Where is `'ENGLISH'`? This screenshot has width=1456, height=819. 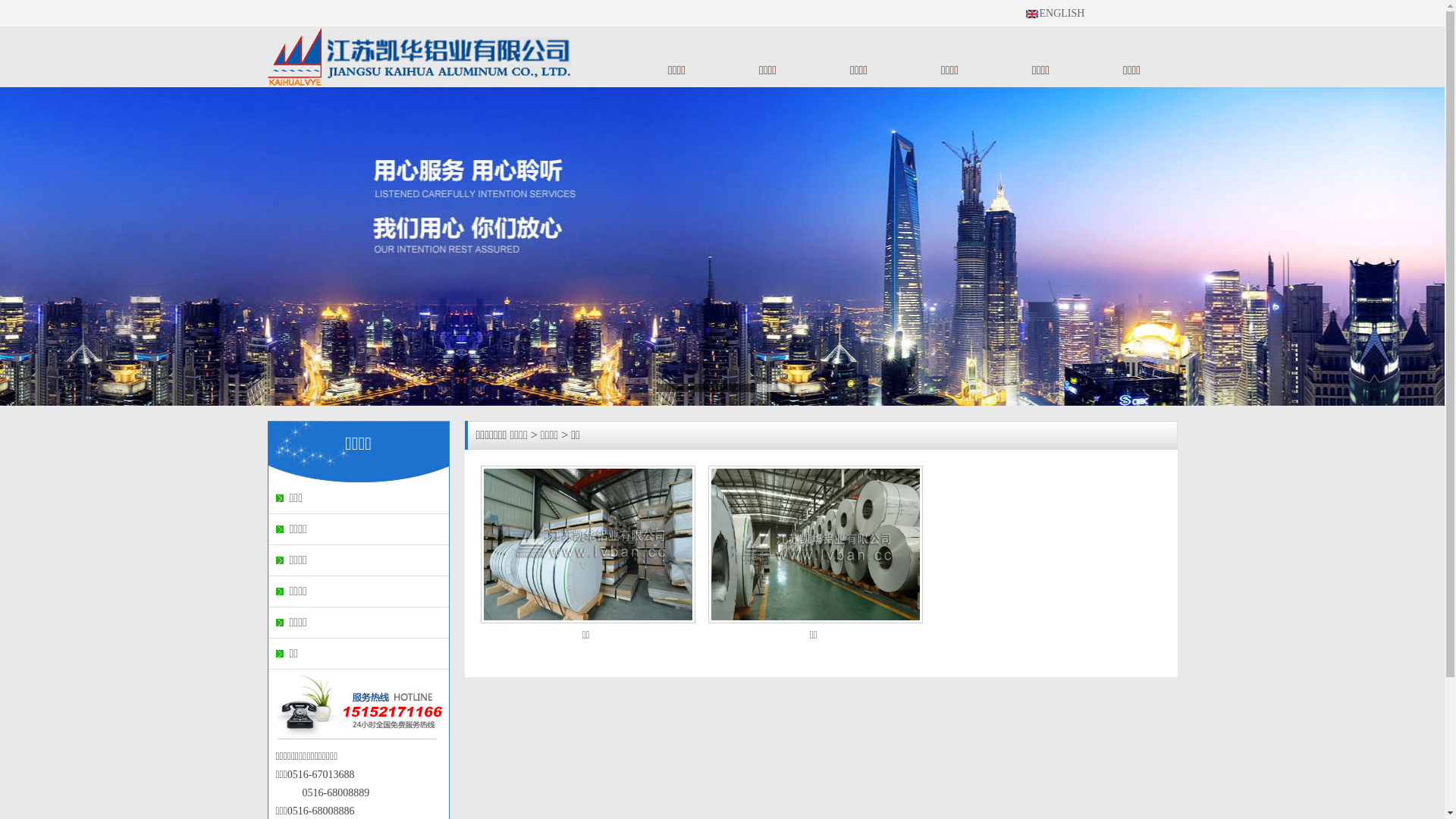
'ENGLISH' is located at coordinates (1061, 14).